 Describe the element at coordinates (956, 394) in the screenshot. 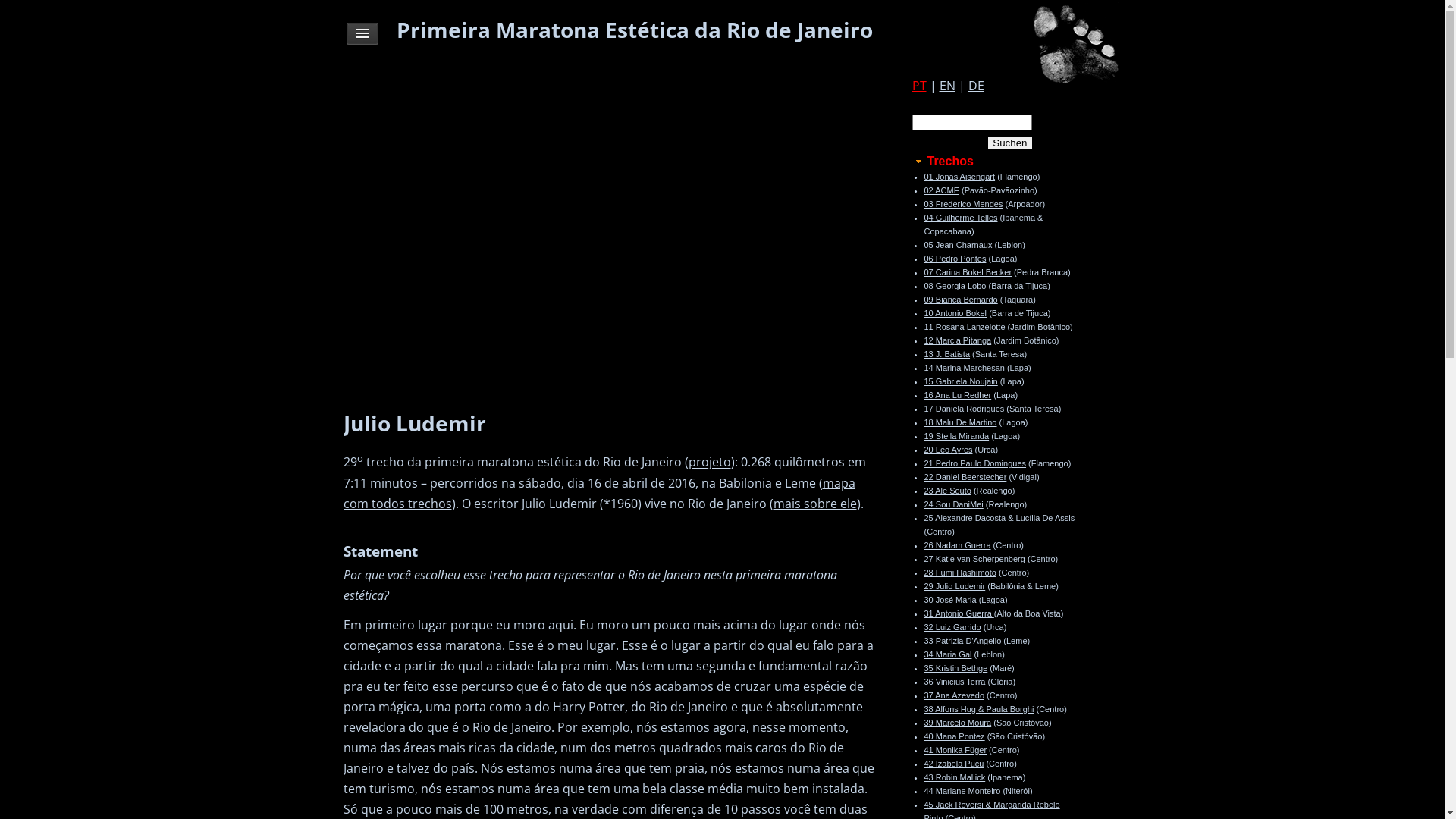

I see `'16 Ana Lu Redher'` at that location.